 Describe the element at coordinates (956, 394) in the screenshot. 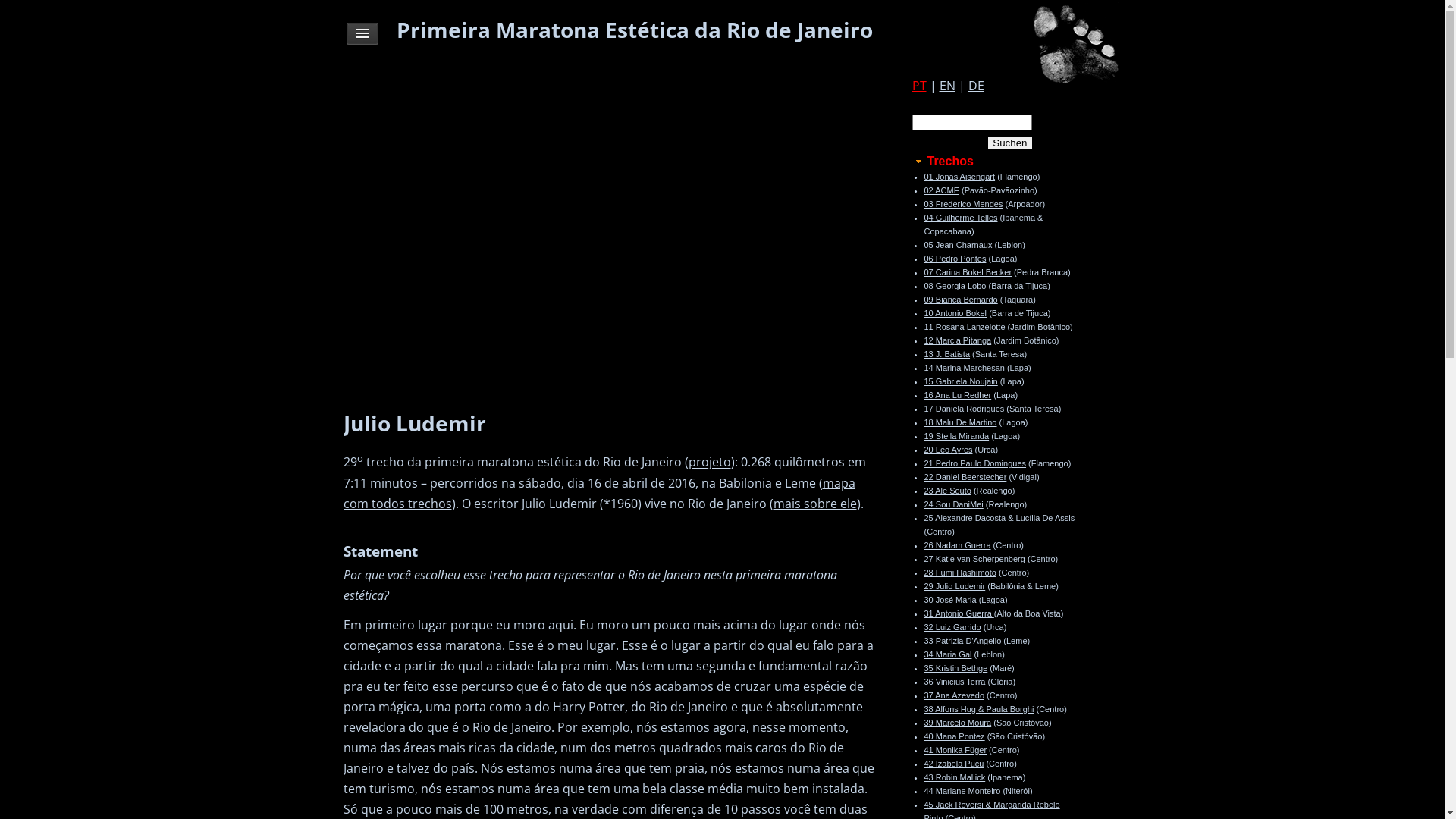

I see `'16 Ana Lu Redher'` at that location.